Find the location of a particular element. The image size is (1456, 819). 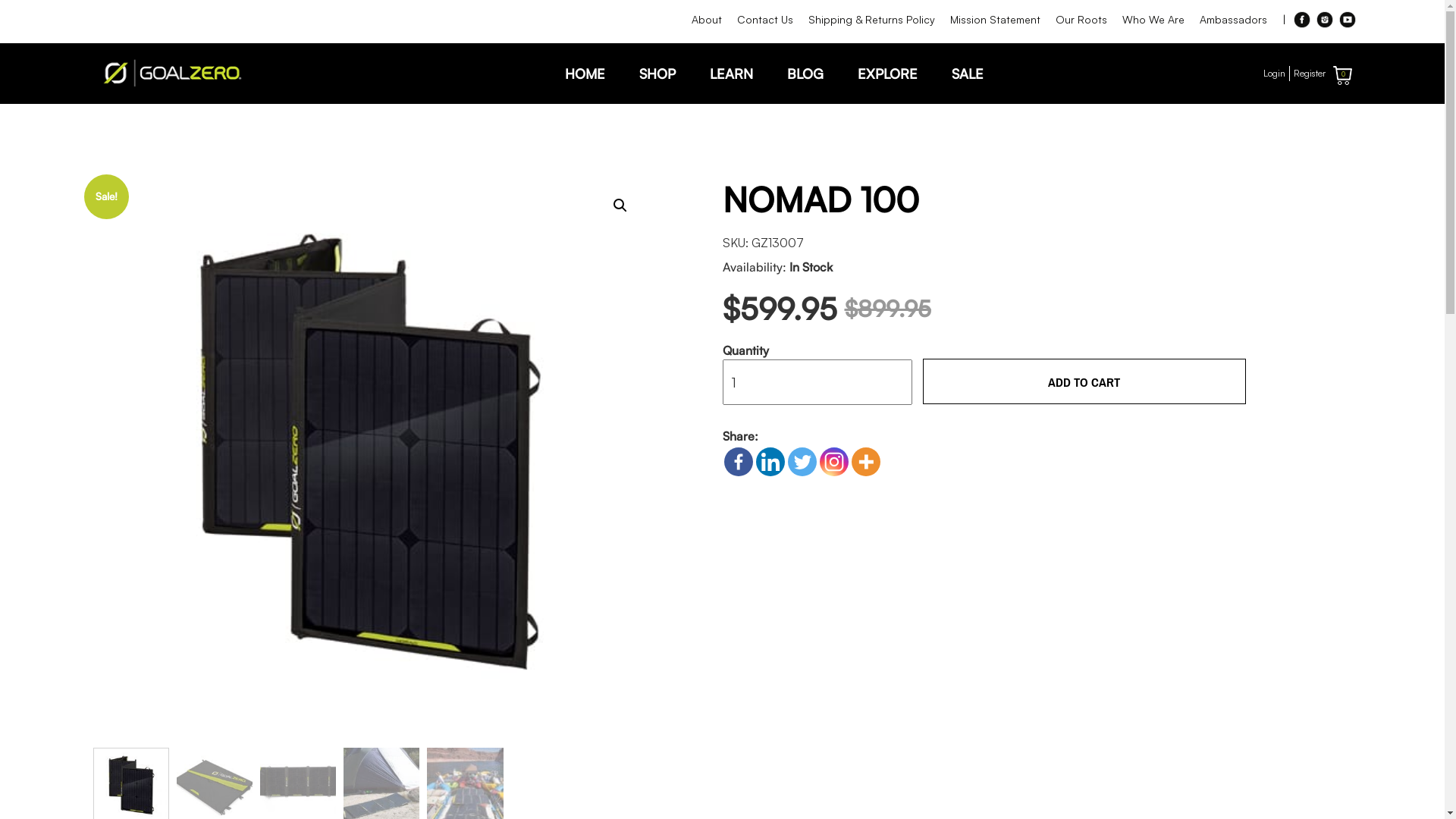

'About' is located at coordinates (705, 20).